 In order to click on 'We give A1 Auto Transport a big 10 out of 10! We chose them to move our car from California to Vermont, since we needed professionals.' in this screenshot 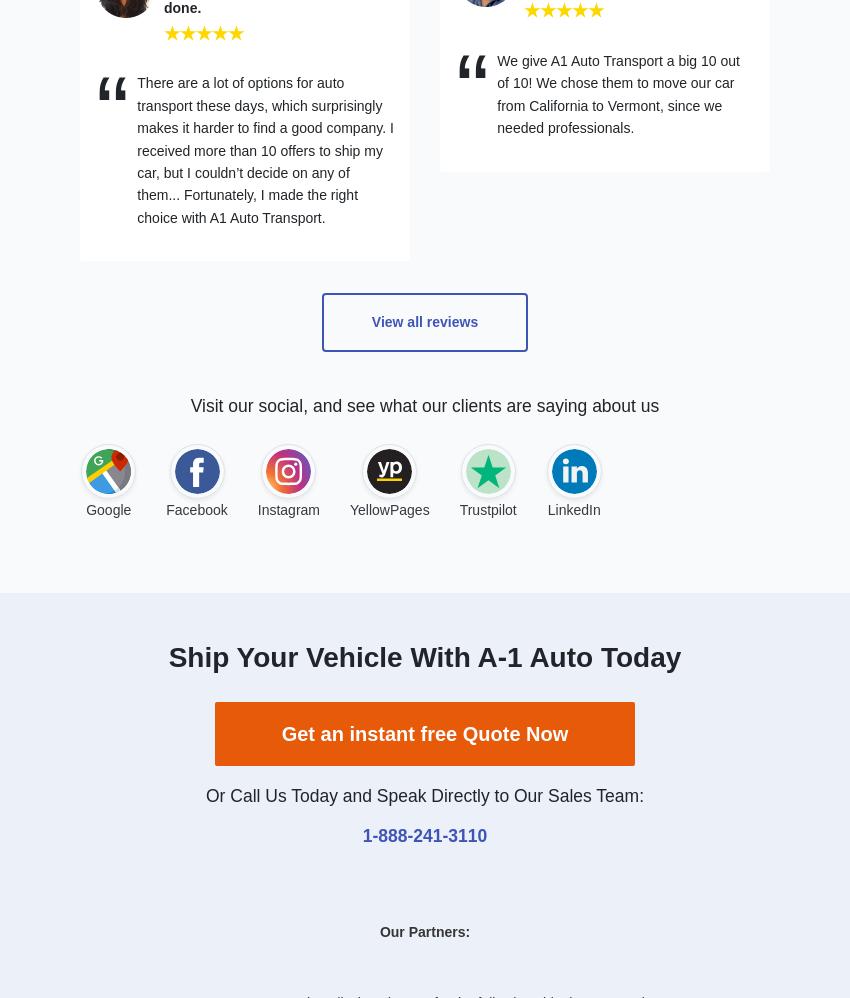, I will do `click(496, 93)`.